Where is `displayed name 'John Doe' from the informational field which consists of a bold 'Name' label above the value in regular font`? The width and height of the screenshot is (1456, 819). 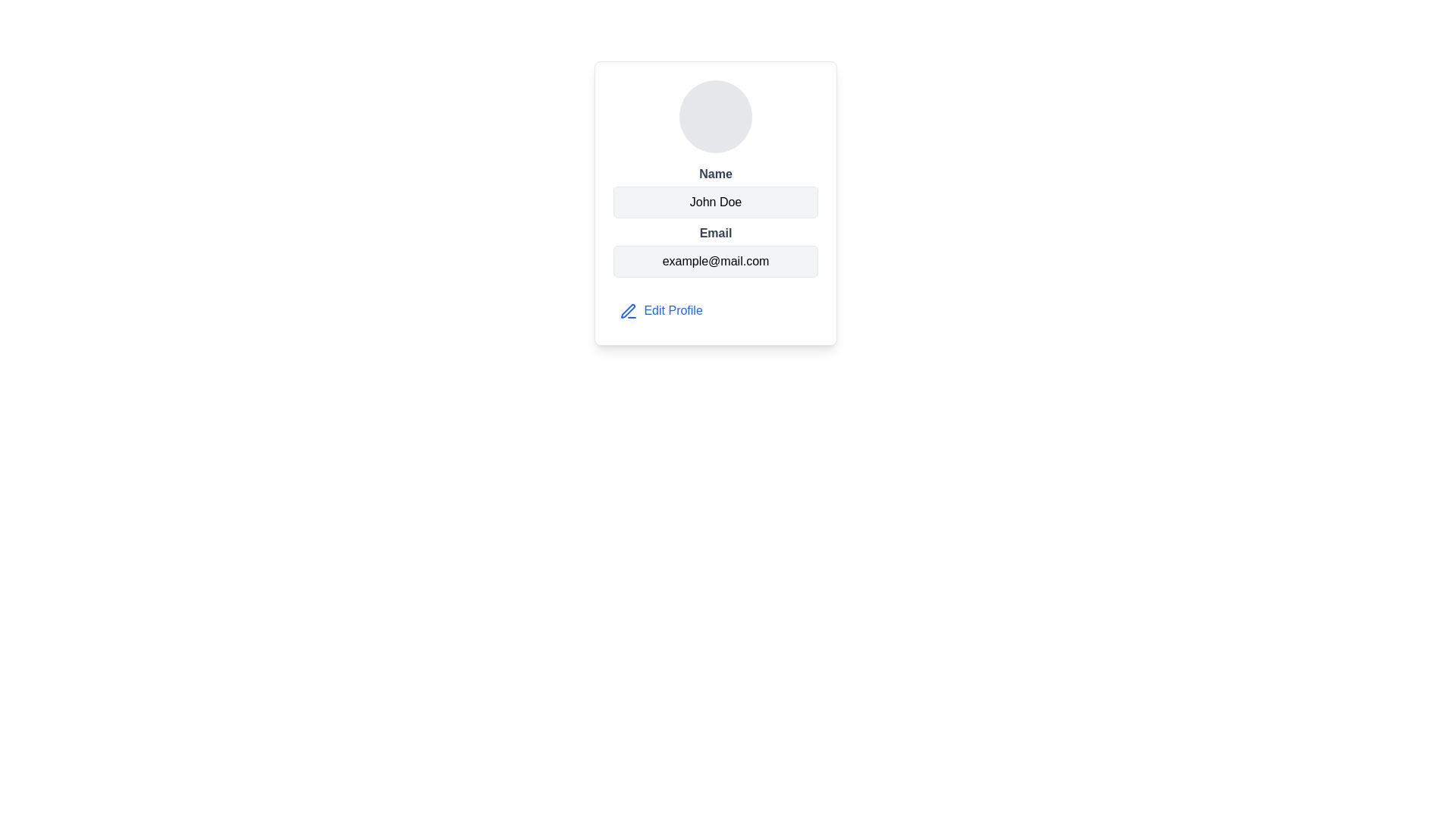
displayed name 'John Doe' from the informational field which consists of a bold 'Name' label above the value in regular font is located at coordinates (715, 191).